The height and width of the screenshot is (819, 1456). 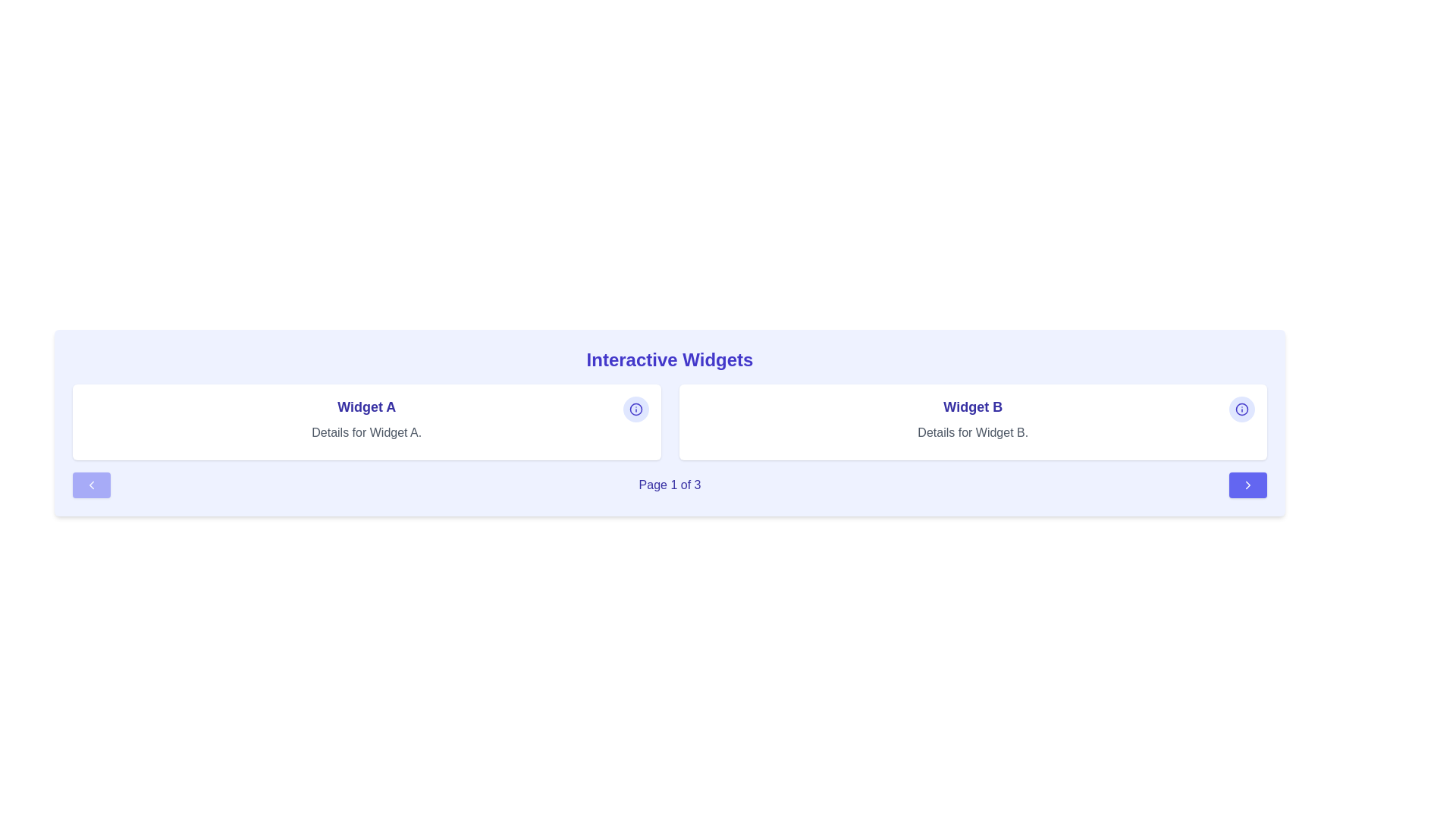 I want to click on the rectangular button with rounded corners and a vivid indigo background containing a right-pointing chevron icon, so click(x=1248, y=485).